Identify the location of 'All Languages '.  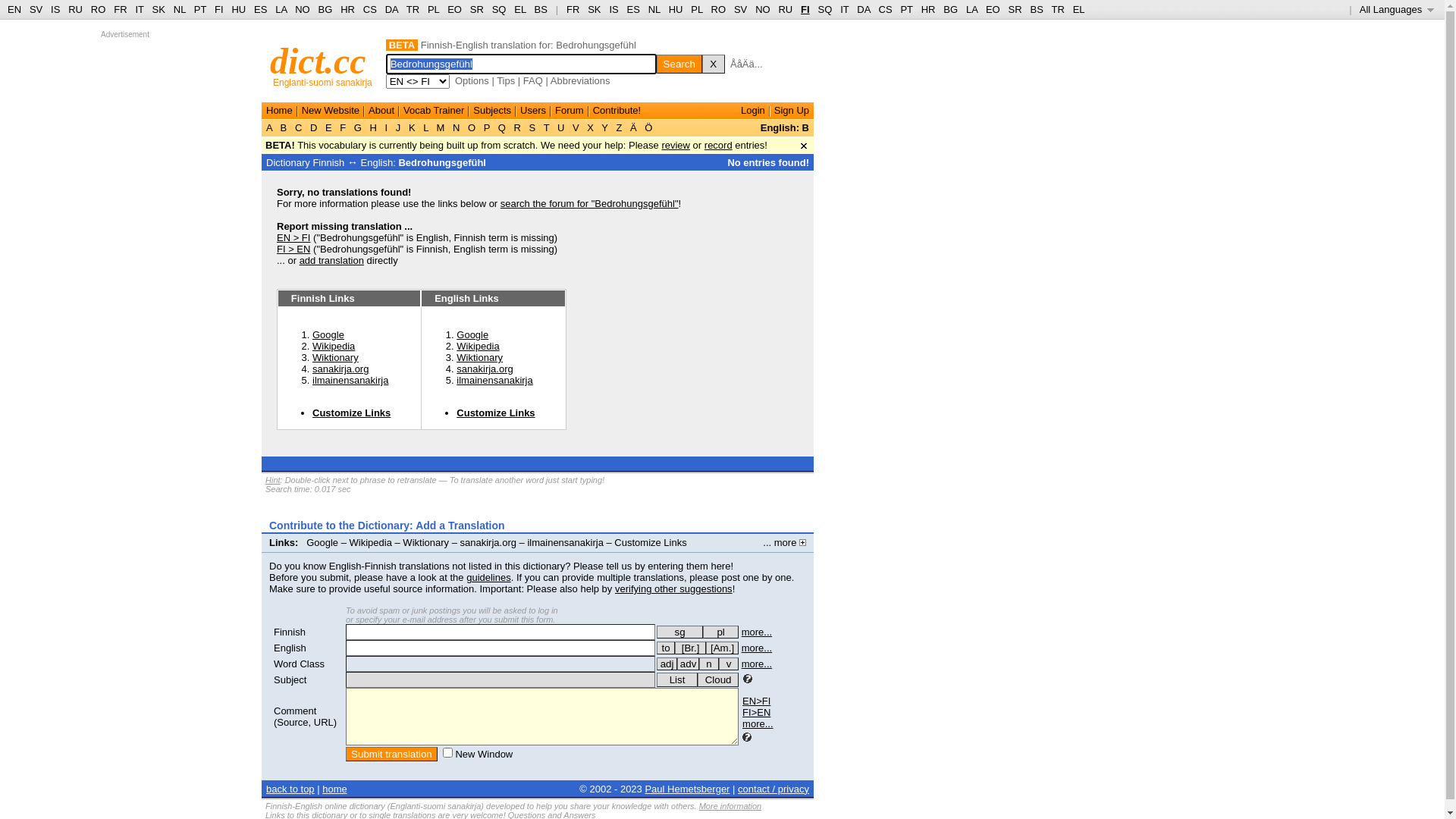
(1396, 9).